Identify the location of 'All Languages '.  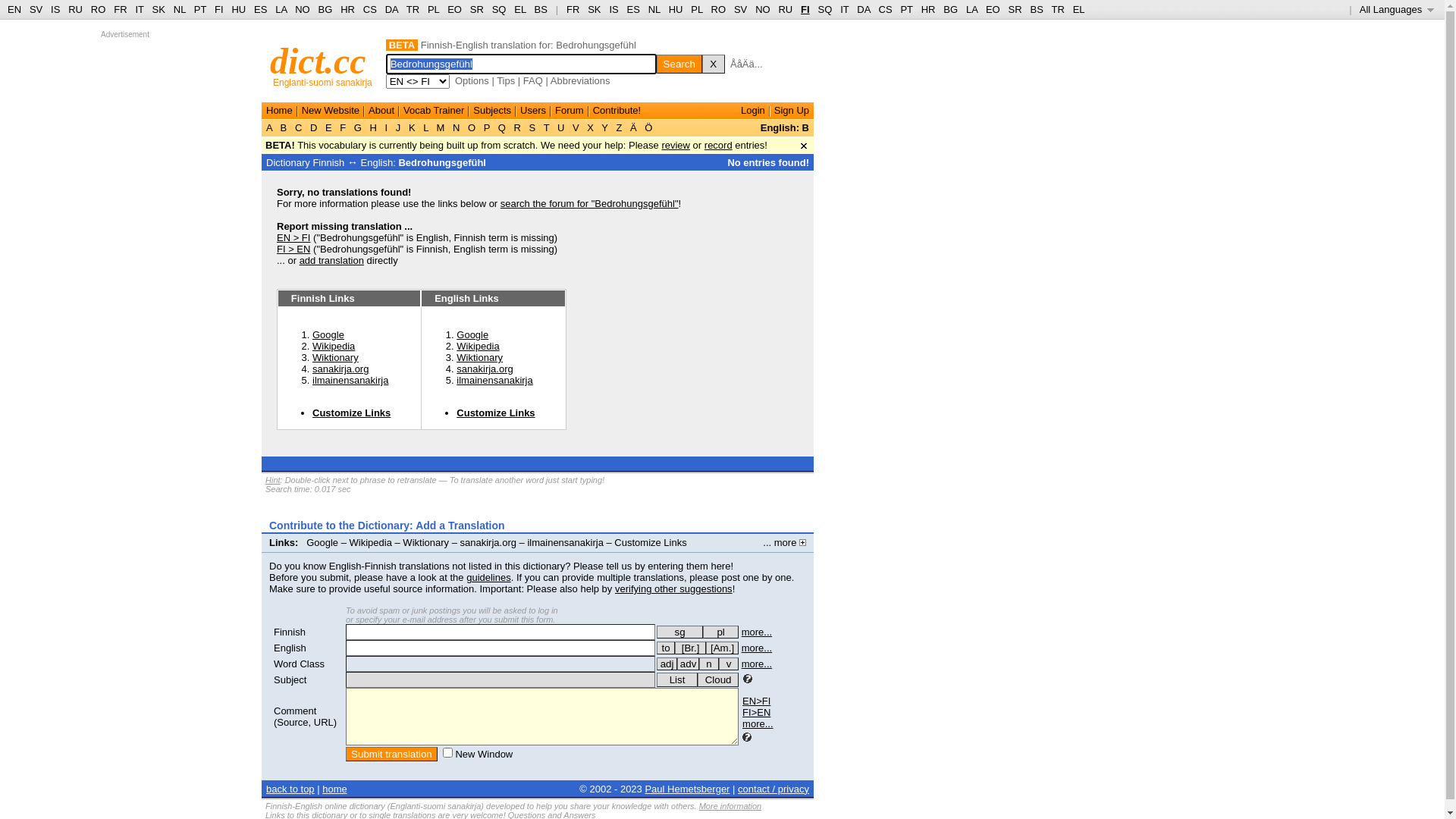
(1396, 9).